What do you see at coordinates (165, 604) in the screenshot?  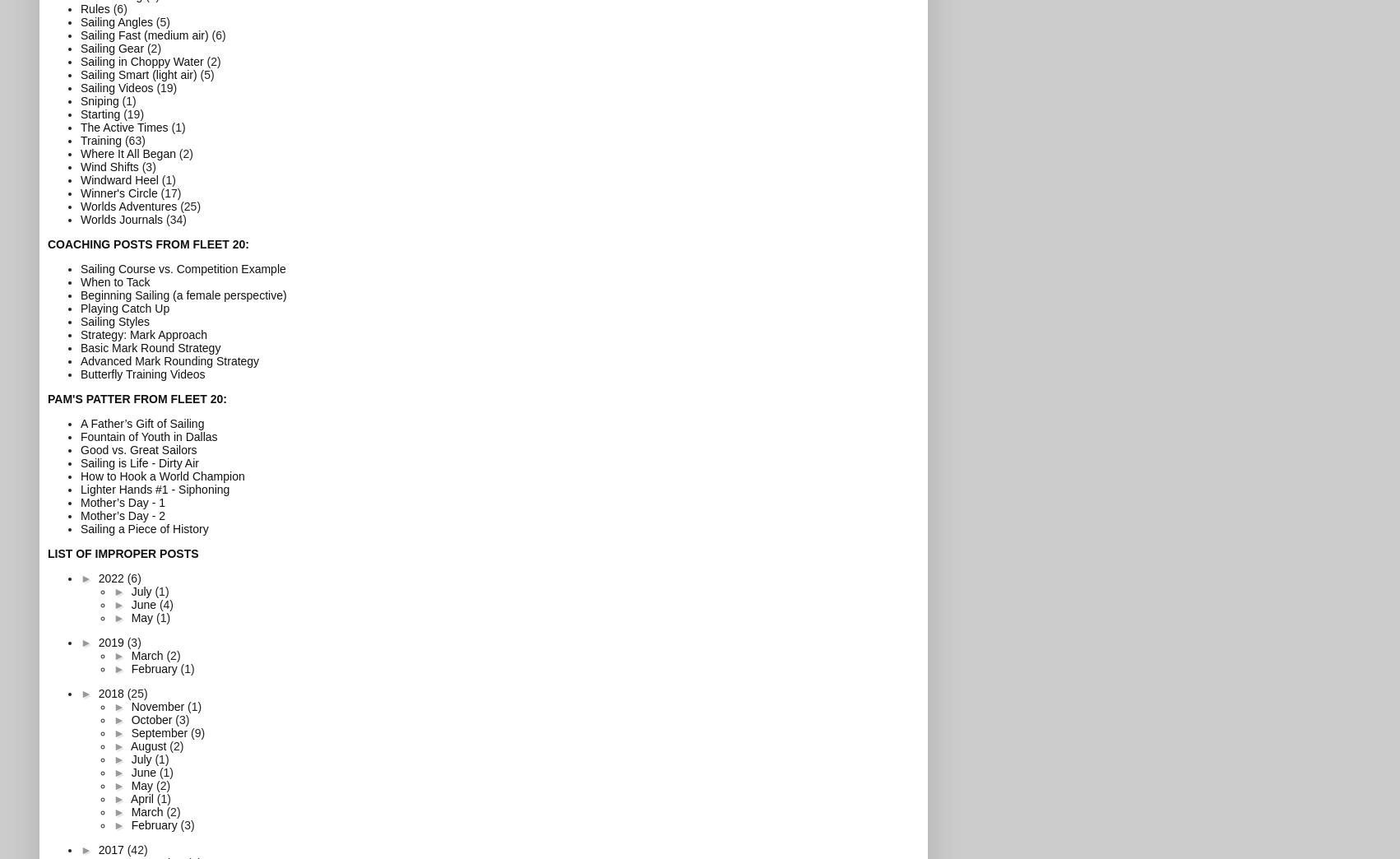 I see `'(4)'` at bounding box center [165, 604].